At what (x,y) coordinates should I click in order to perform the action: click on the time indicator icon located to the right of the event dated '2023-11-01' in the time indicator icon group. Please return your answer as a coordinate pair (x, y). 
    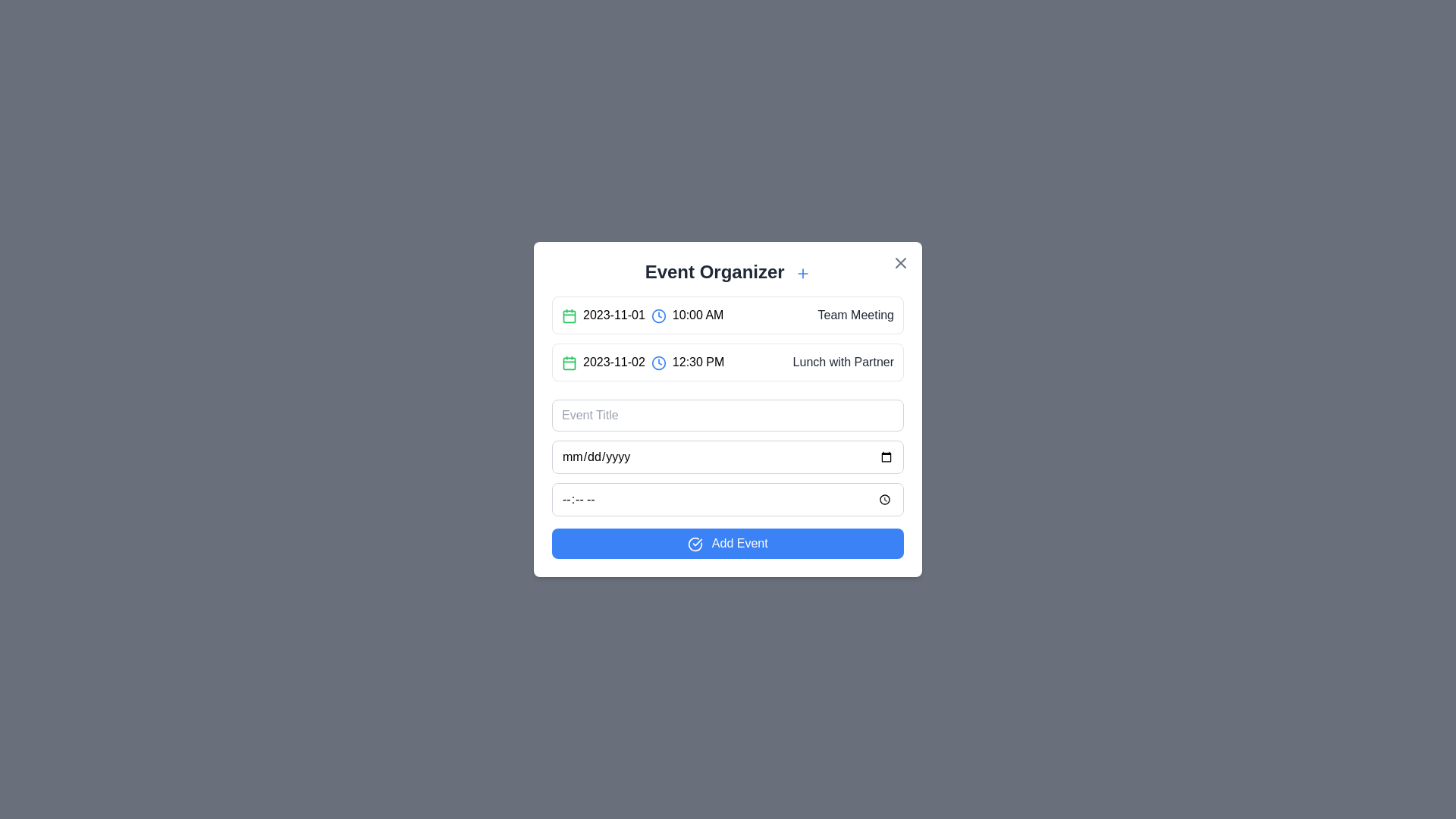
    Looking at the image, I should click on (658, 362).